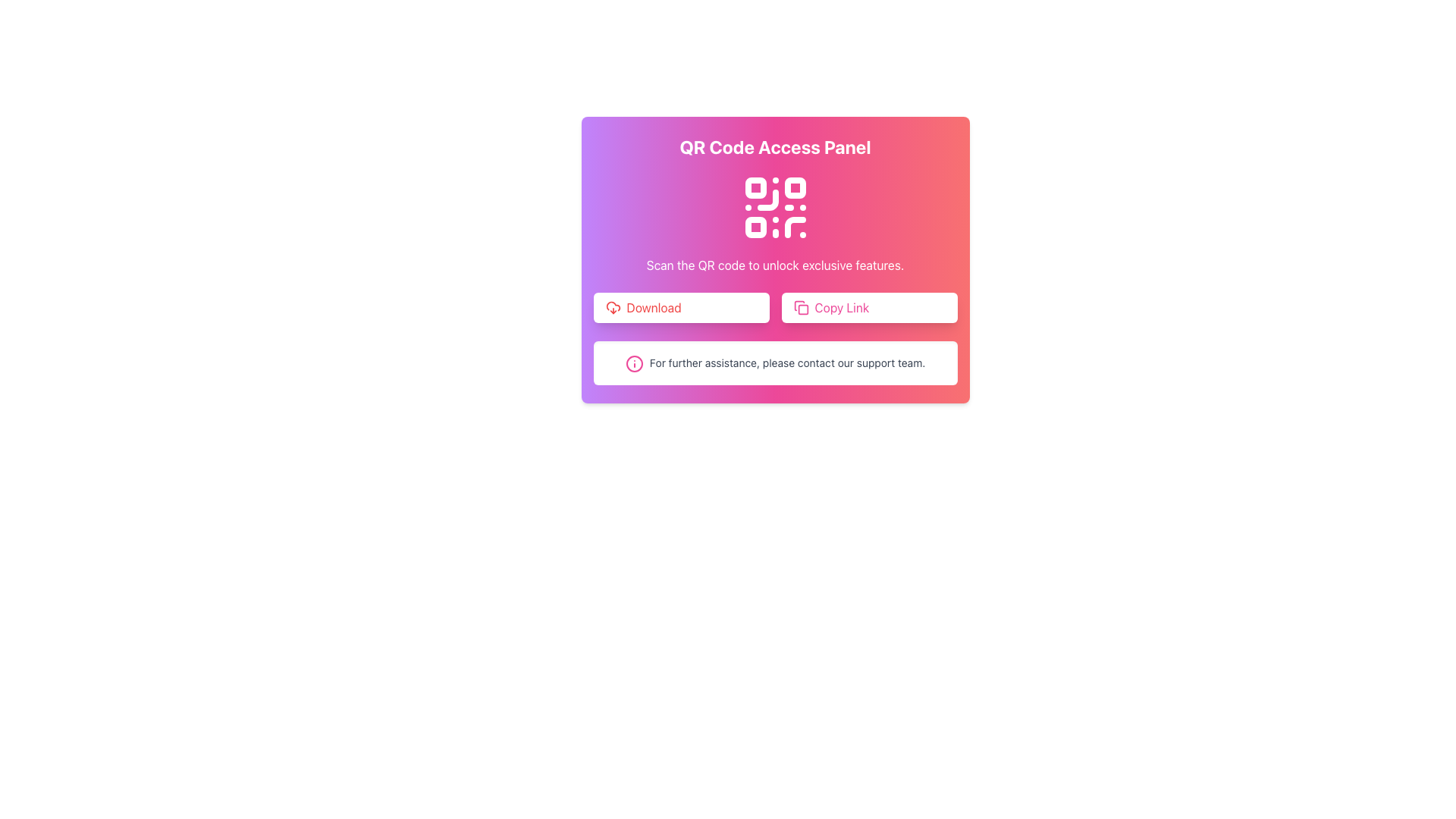 The height and width of the screenshot is (819, 1456). What do you see at coordinates (787, 362) in the screenshot?
I see `the text element that reads 'For further assistance, please contact our support team.' which is styled in a small gray font and positioned to the right of a pink icon` at bounding box center [787, 362].